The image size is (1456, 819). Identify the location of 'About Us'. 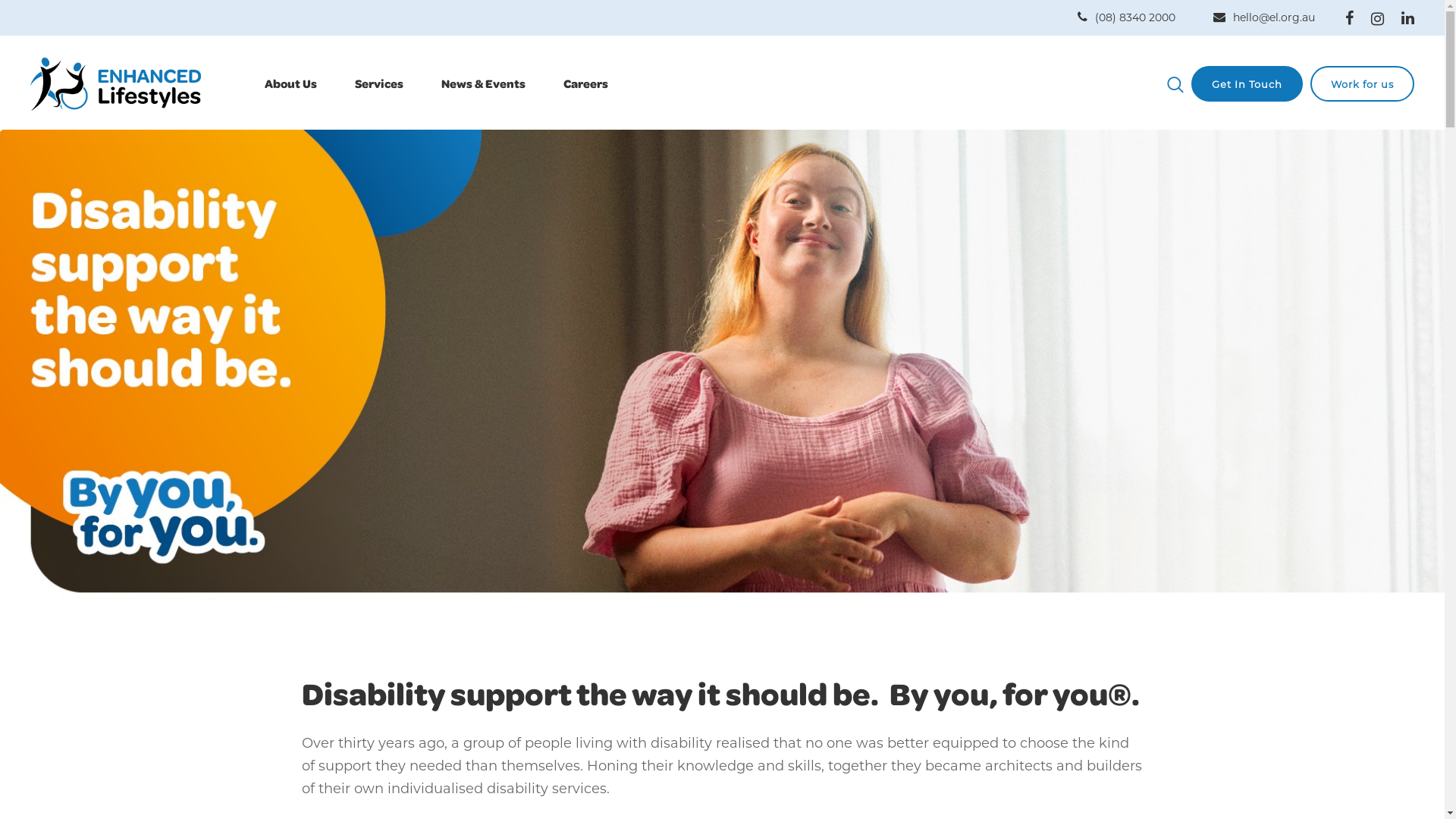
(290, 83).